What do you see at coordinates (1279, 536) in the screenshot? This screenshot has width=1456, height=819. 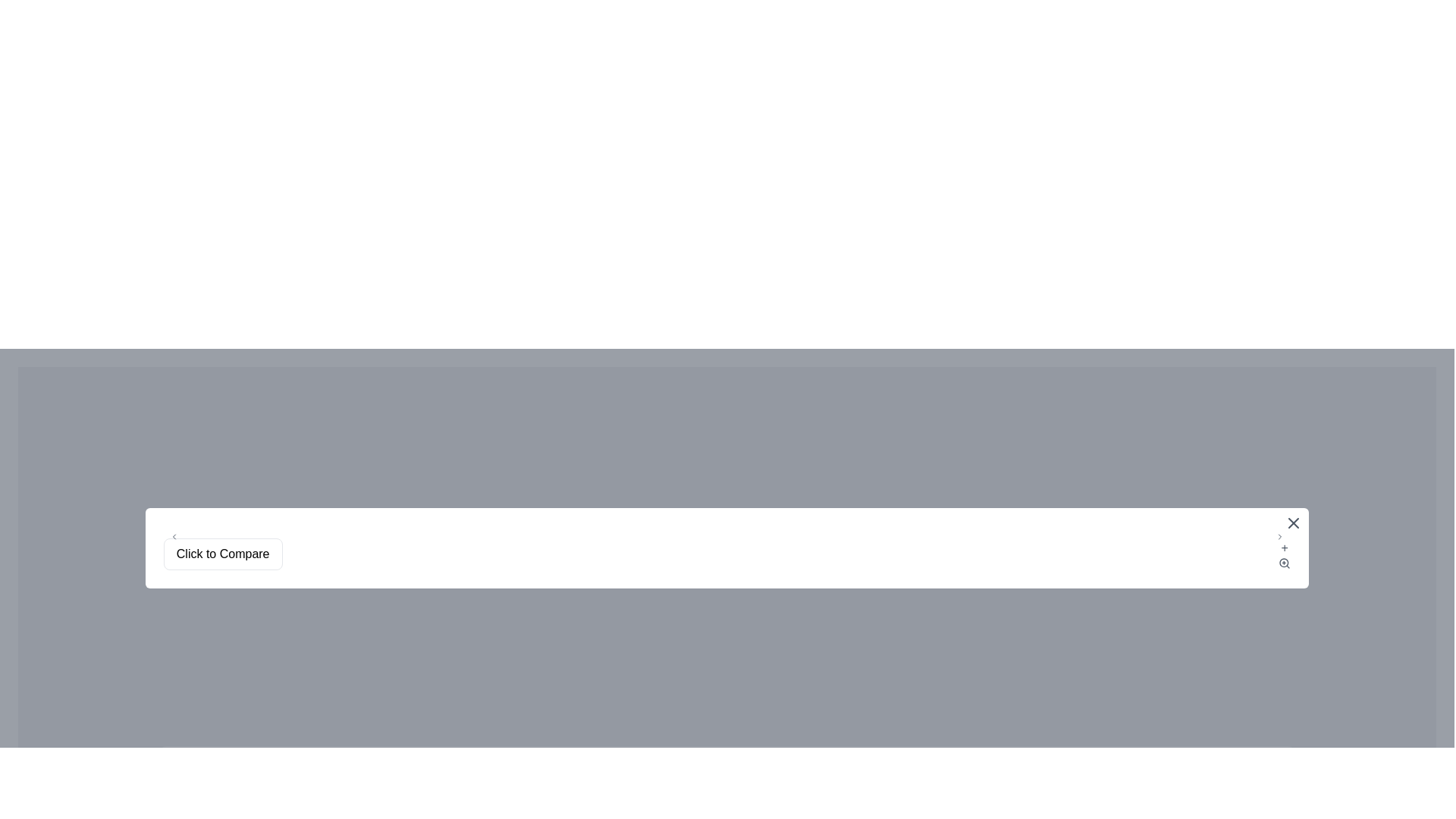 I see `the rightmost chevron navigation icon` at bounding box center [1279, 536].